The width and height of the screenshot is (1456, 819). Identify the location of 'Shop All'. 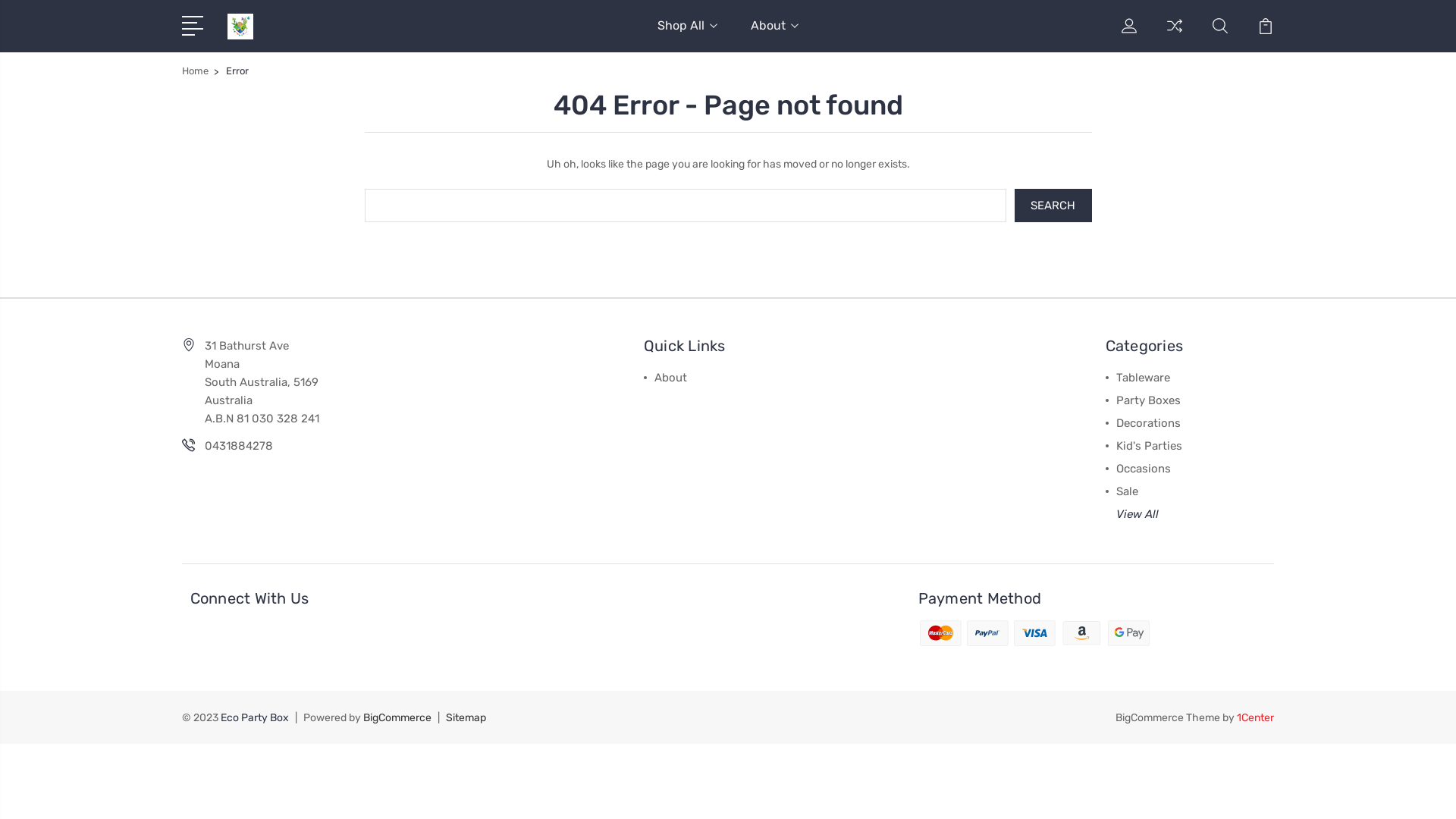
(686, 34).